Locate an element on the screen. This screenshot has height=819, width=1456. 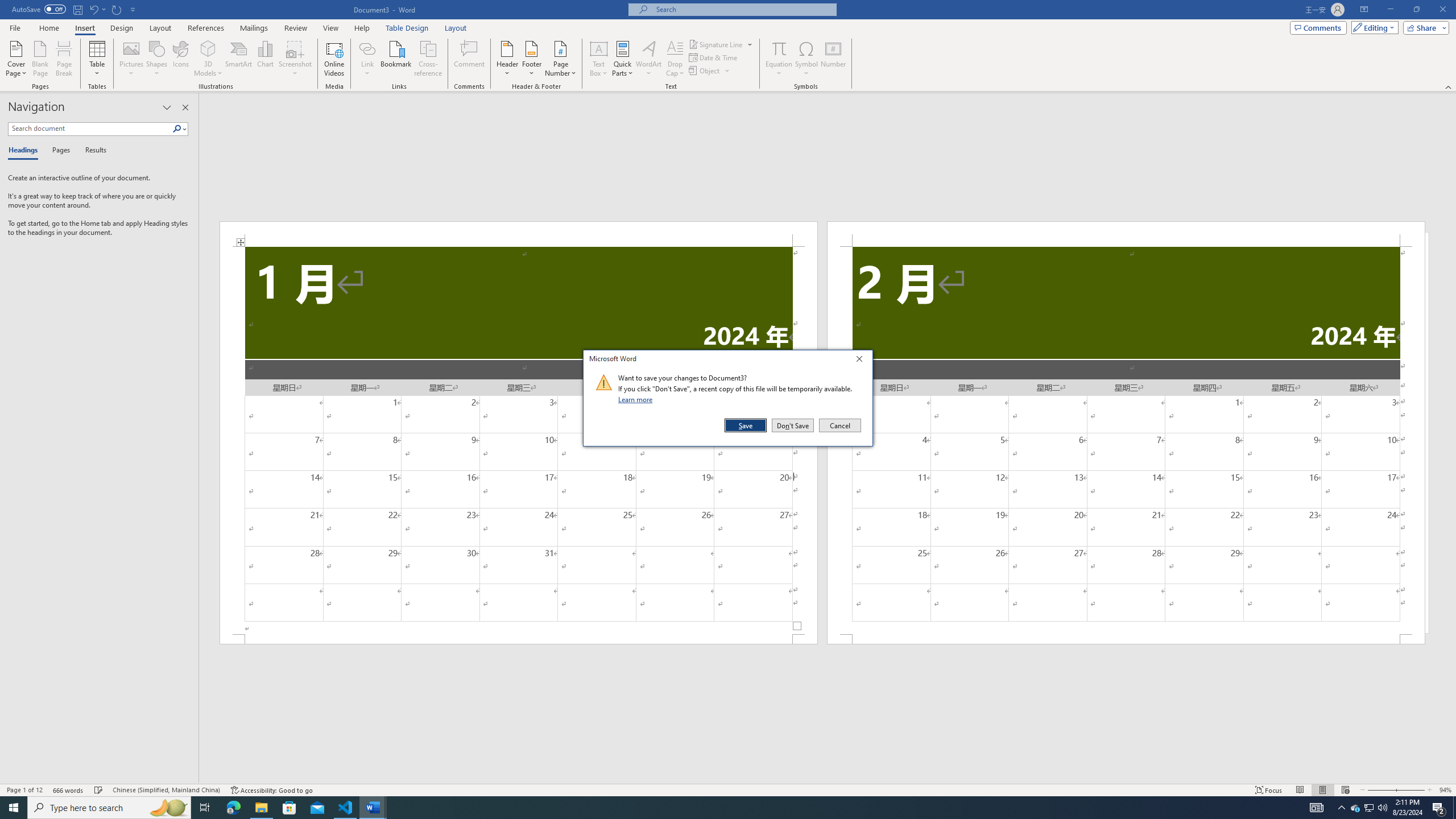
'Icons' is located at coordinates (180, 59).